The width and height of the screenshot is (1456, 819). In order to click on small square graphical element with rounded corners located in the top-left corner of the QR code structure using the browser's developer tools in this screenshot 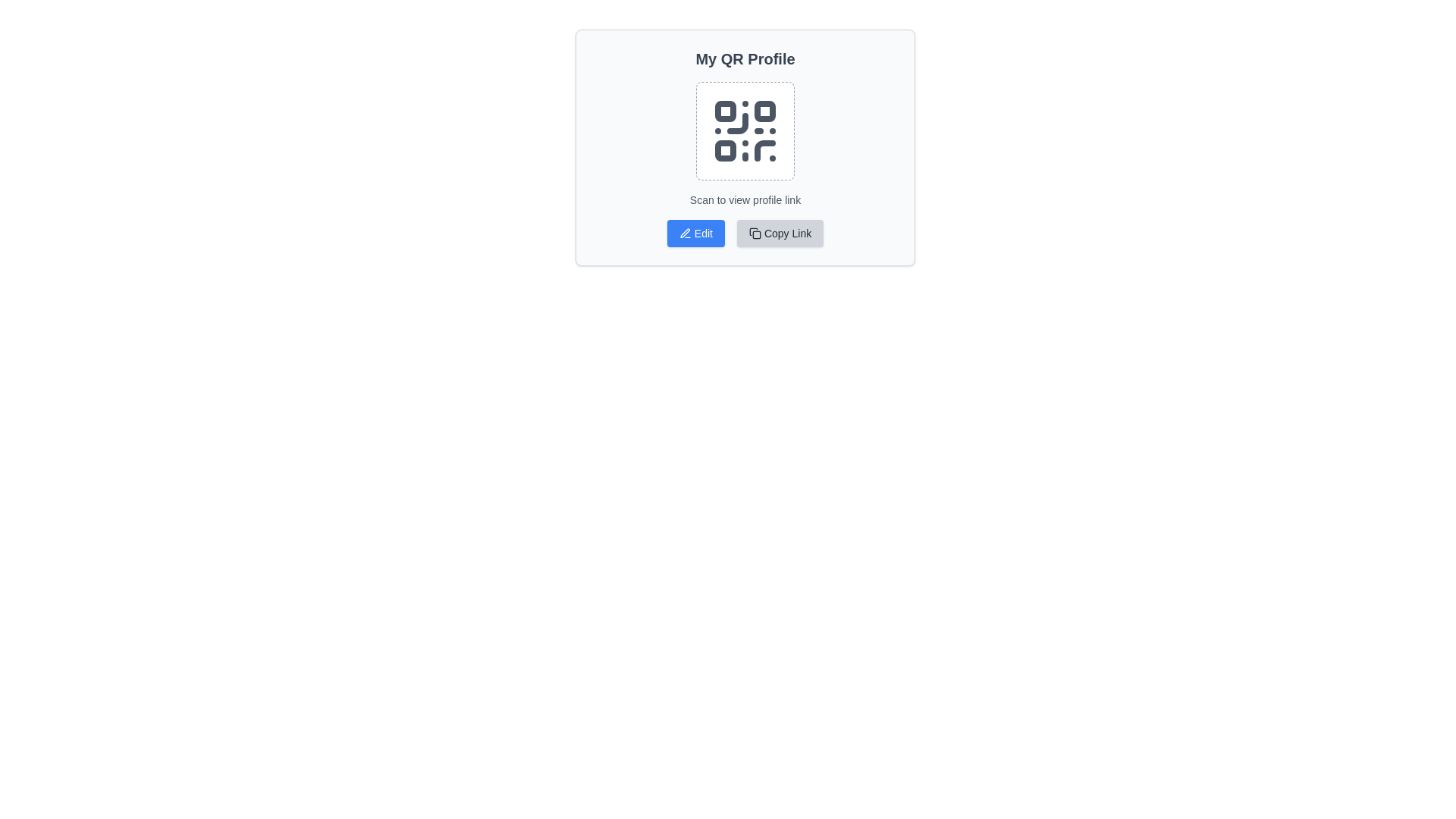, I will do `click(724, 110)`.